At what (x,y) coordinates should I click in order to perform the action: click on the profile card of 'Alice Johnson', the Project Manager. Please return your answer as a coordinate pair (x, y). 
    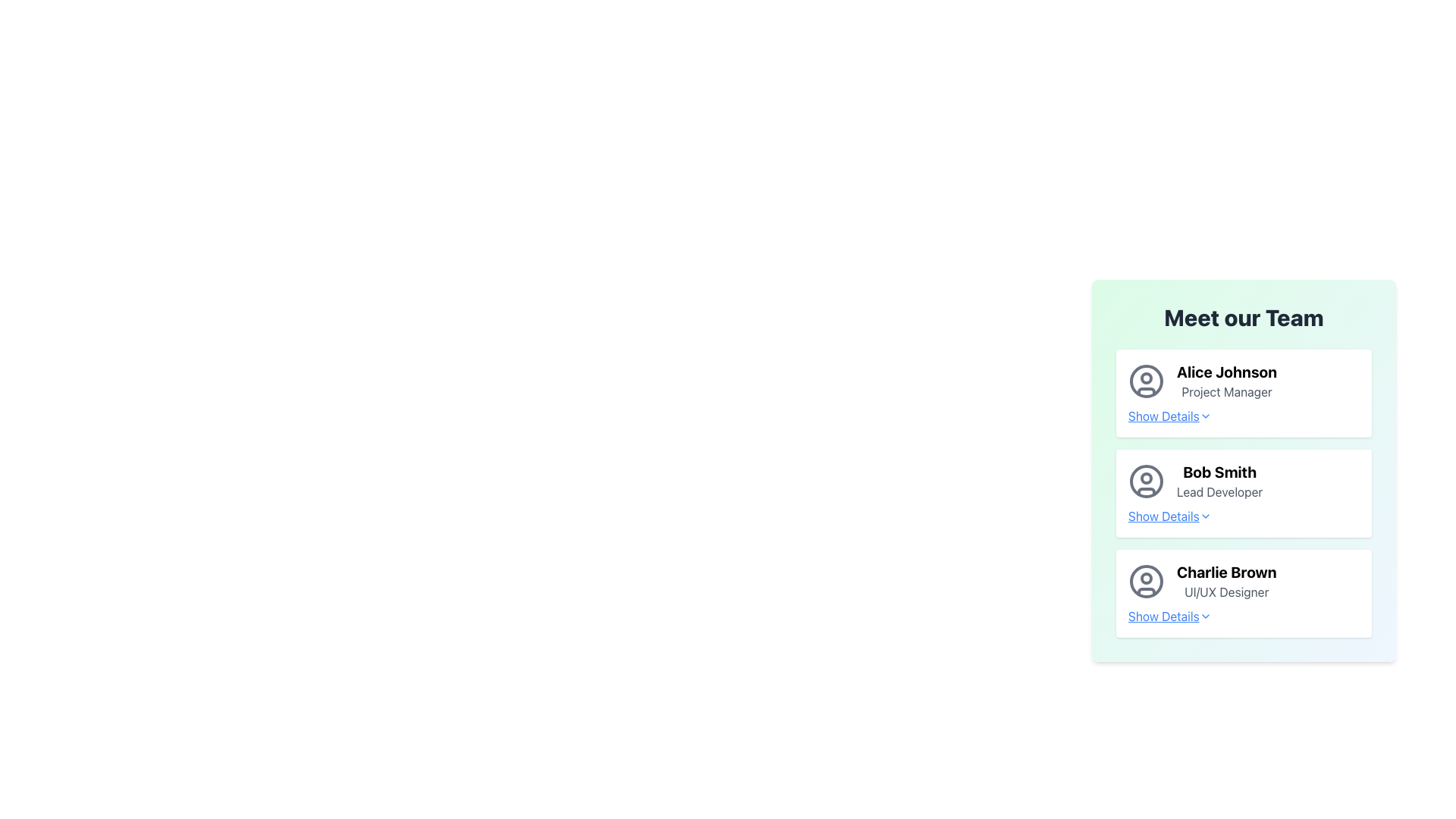
    Looking at the image, I should click on (1244, 380).